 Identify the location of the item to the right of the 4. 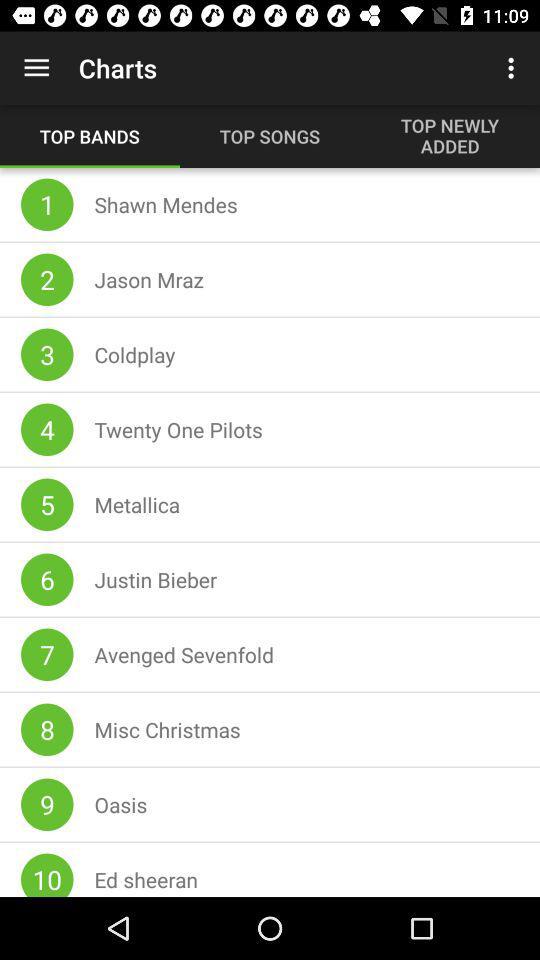
(178, 429).